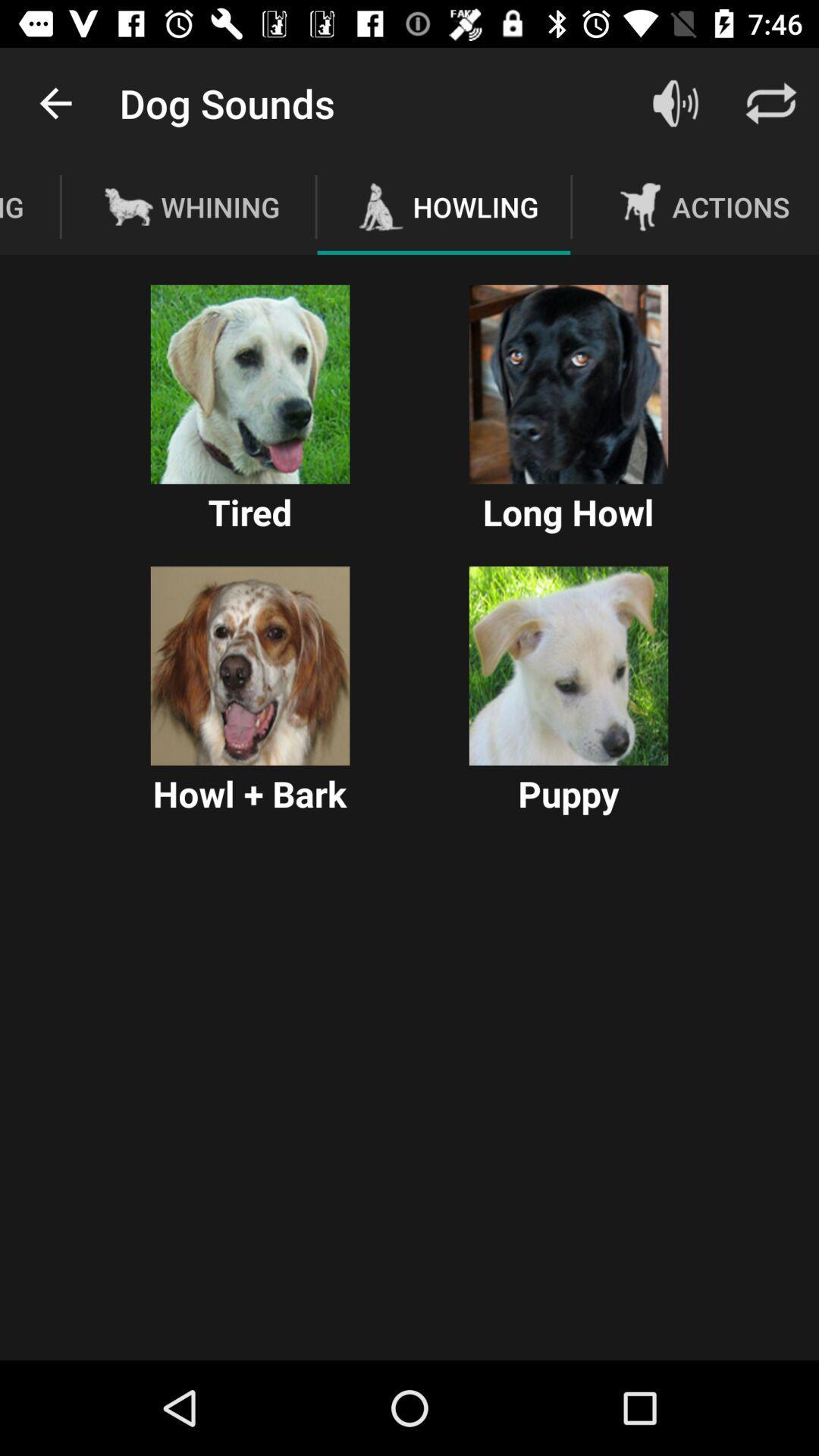 This screenshot has width=819, height=1456. I want to click on long howl sound, so click(568, 384).